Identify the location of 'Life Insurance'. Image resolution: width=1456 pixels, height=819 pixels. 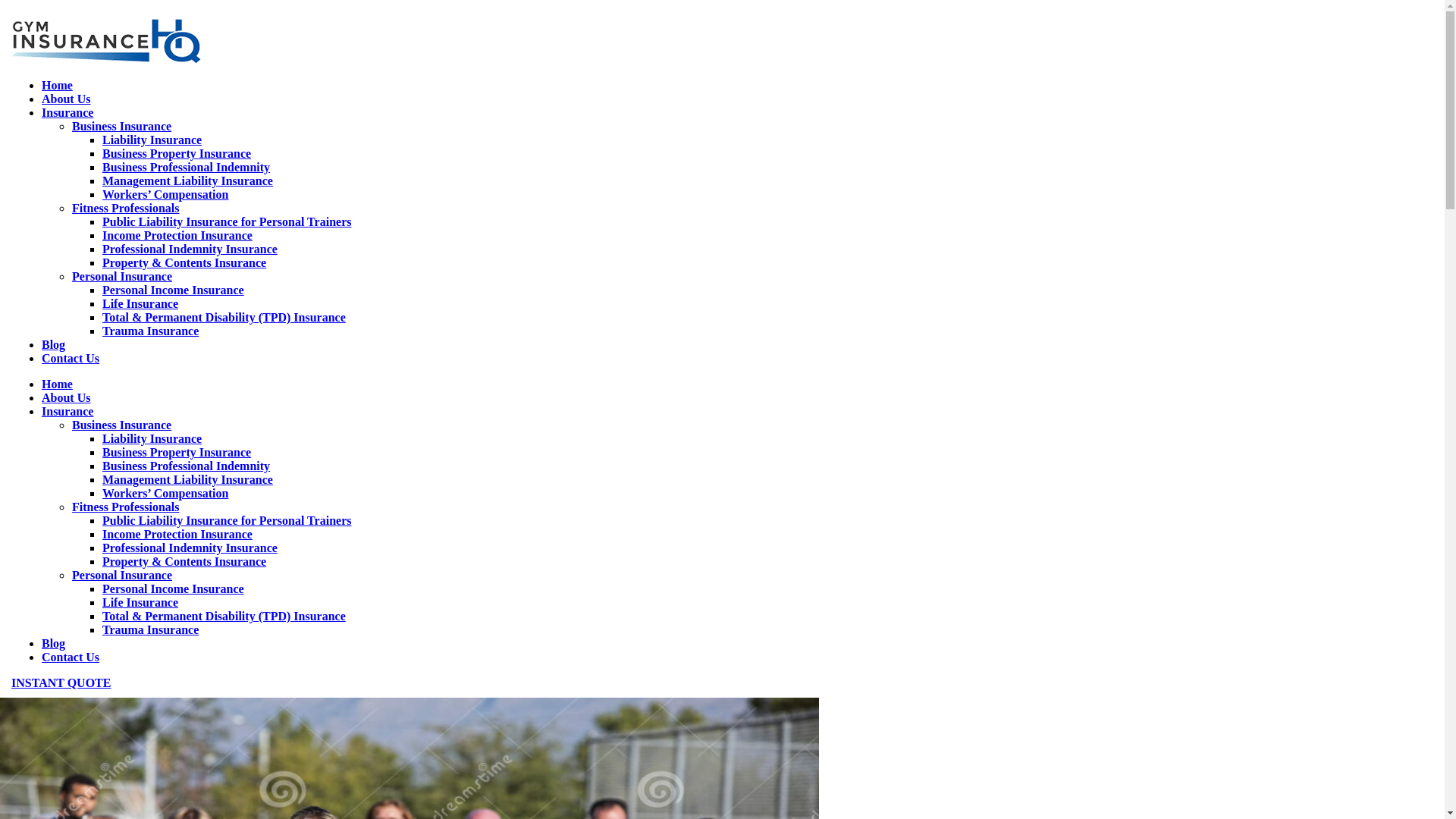
(140, 601).